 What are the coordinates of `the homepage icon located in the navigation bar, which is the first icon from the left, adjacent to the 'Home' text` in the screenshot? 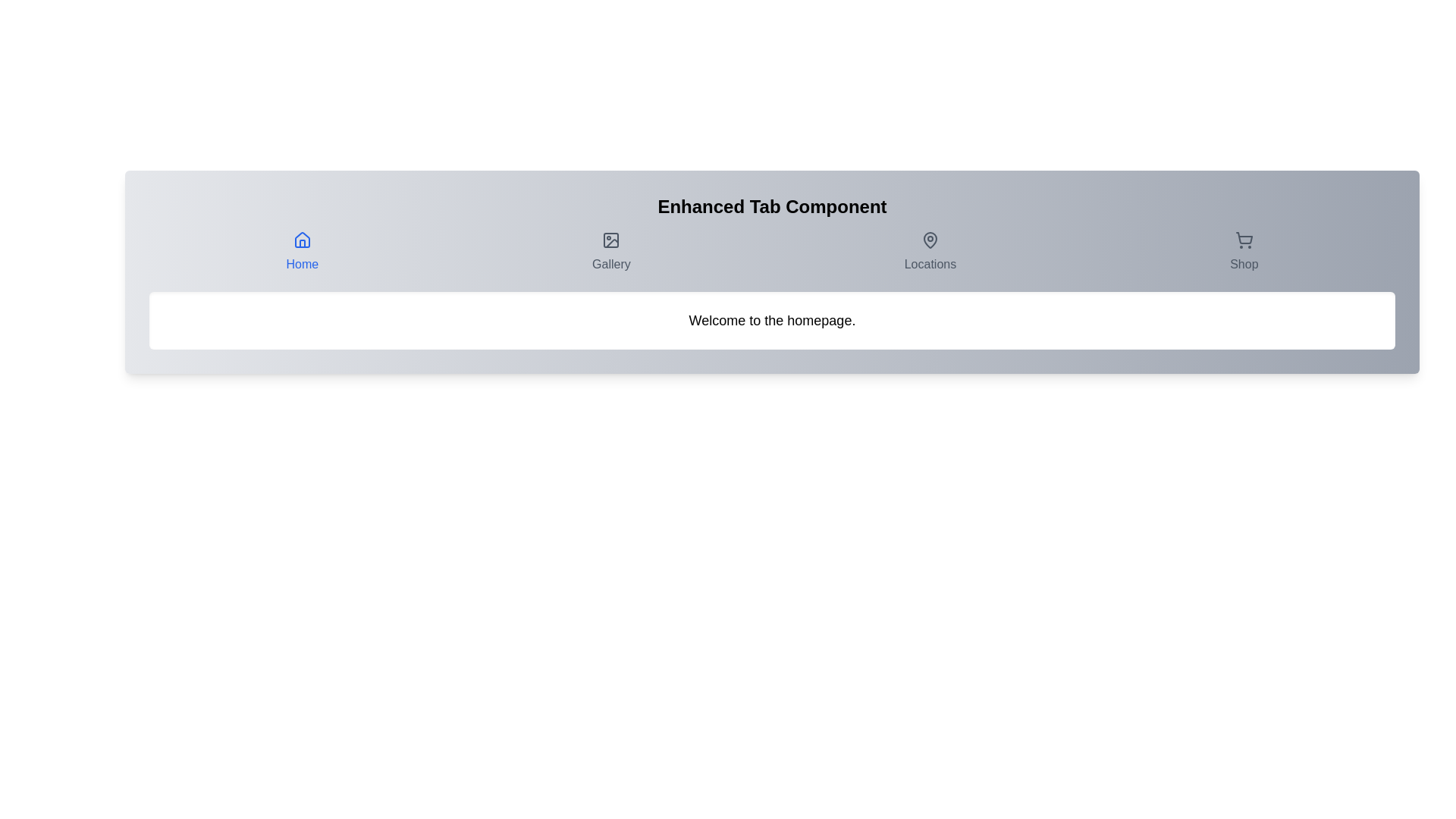 It's located at (302, 239).